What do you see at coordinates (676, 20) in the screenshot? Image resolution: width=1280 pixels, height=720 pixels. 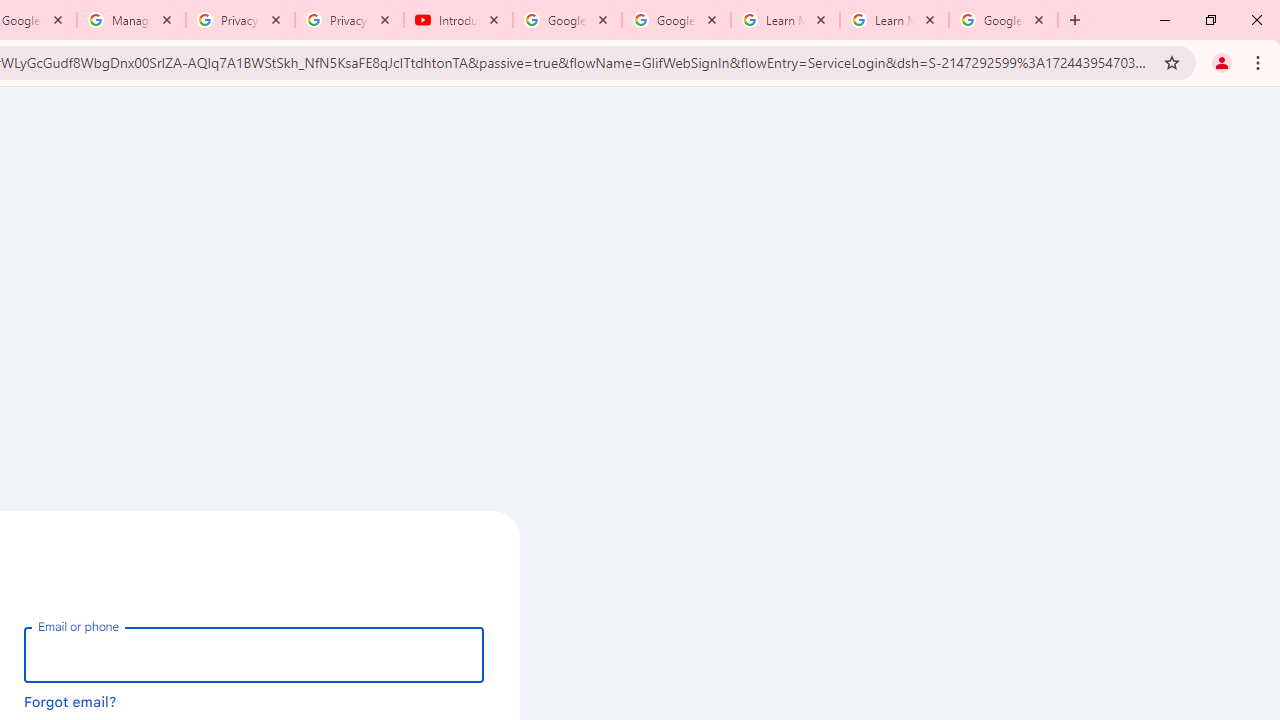 I see `'Google Account Help'` at bounding box center [676, 20].